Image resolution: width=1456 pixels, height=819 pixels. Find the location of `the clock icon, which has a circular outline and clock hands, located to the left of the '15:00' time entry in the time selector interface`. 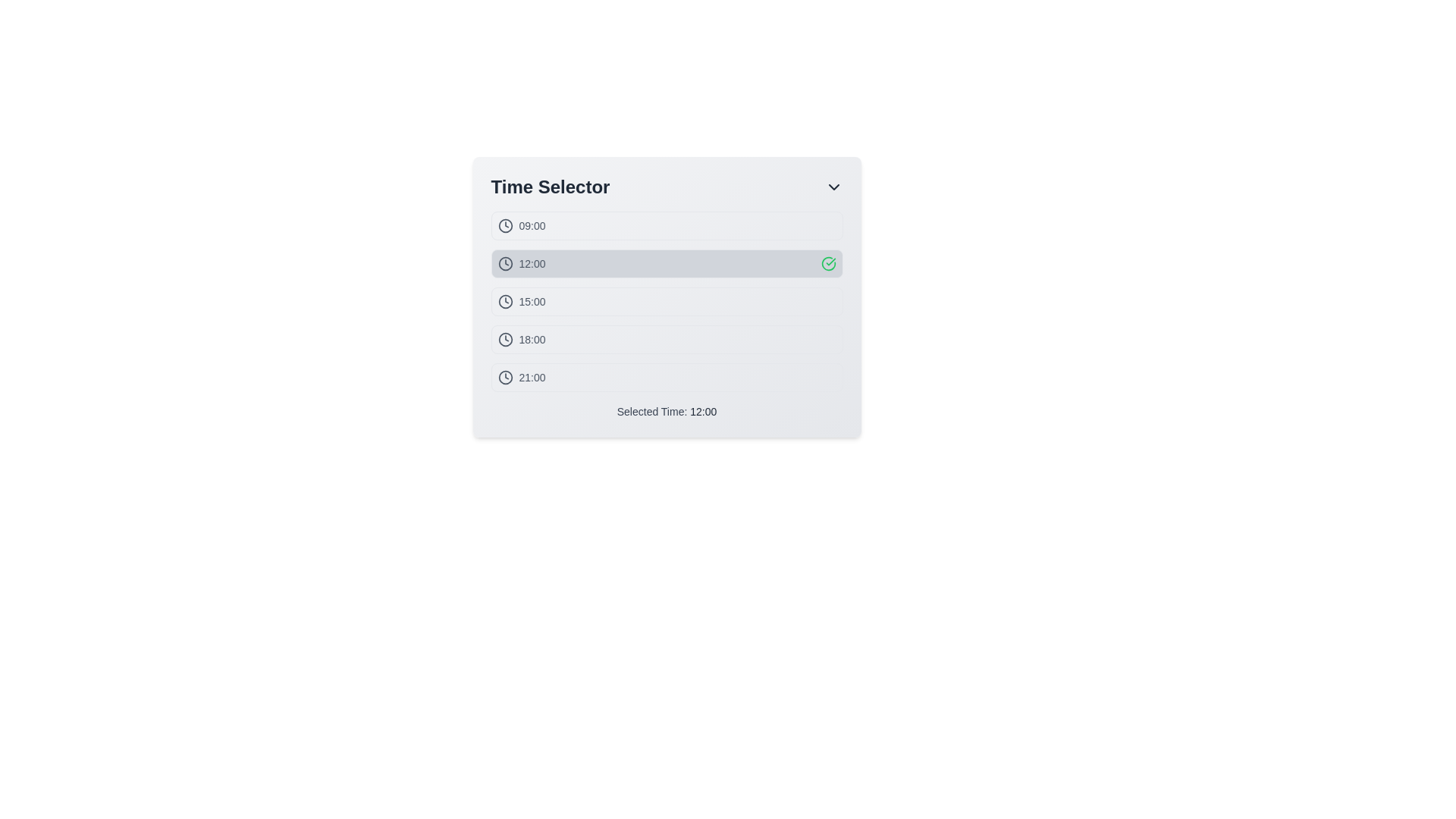

the clock icon, which has a circular outline and clock hands, located to the left of the '15:00' time entry in the time selector interface is located at coordinates (505, 301).